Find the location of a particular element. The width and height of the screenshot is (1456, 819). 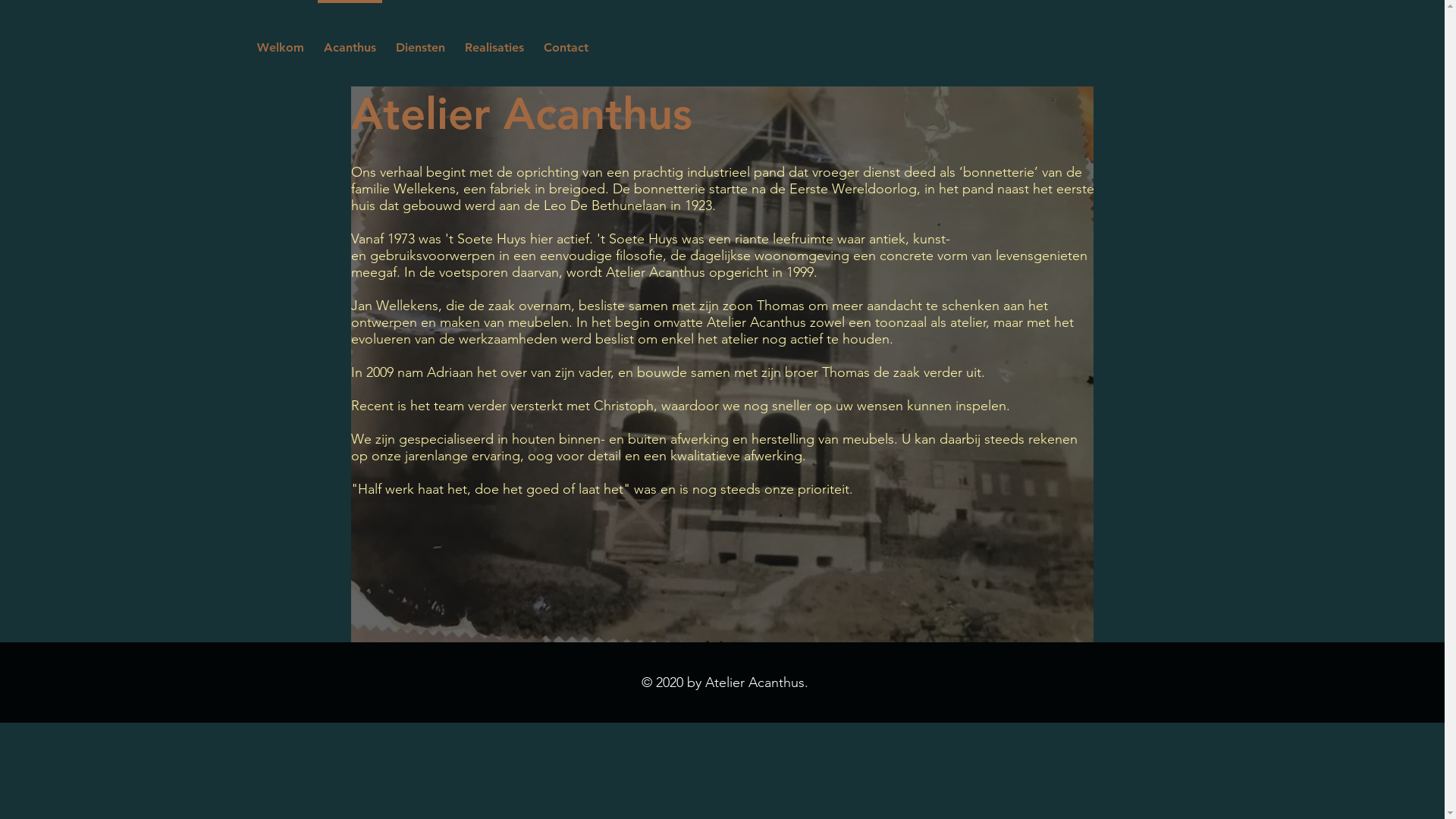

'Diensten' is located at coordinates (419, 39).